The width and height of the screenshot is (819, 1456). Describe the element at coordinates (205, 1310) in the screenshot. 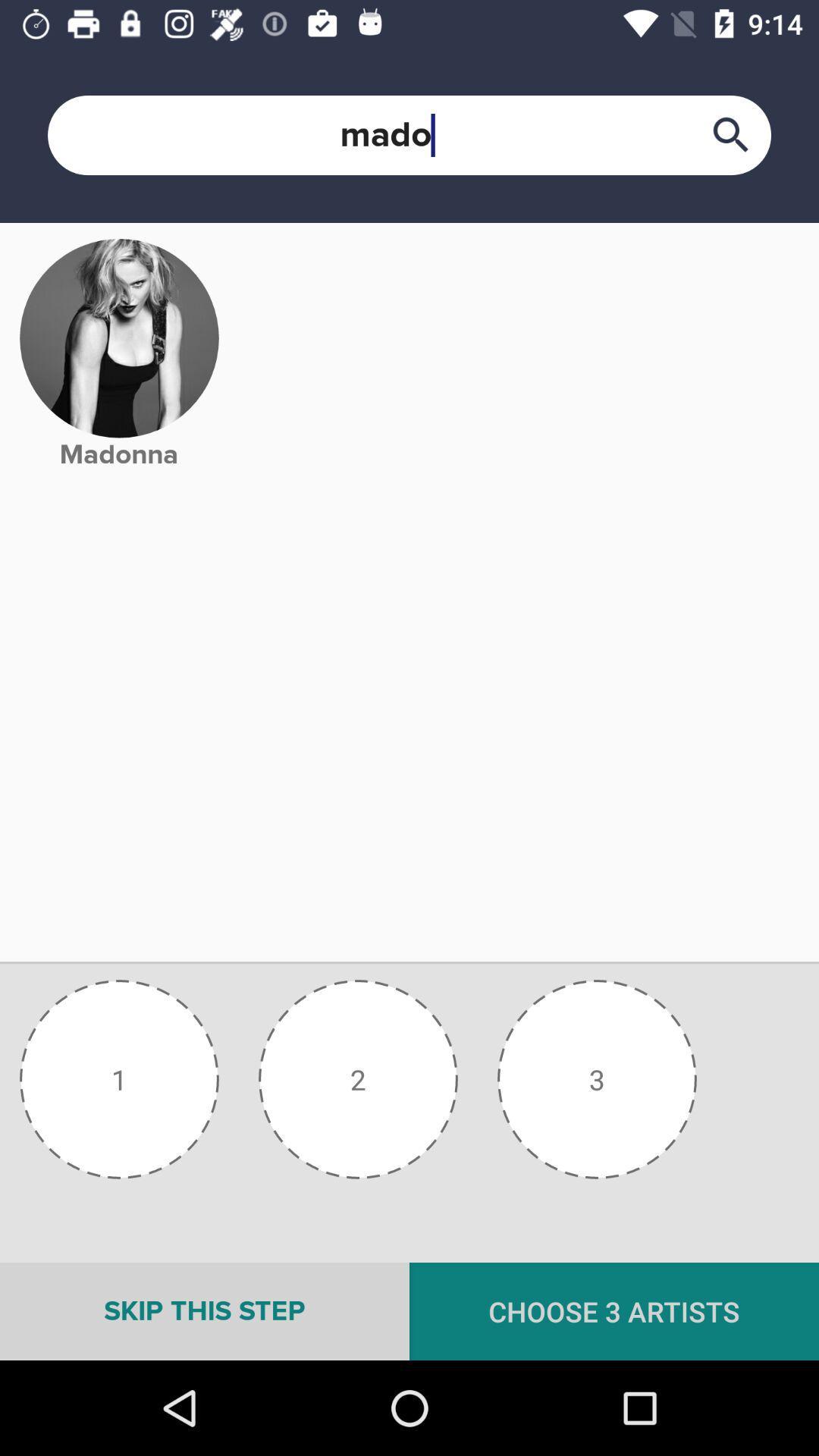

I see `the icon next to choose 3 artists` at that location.